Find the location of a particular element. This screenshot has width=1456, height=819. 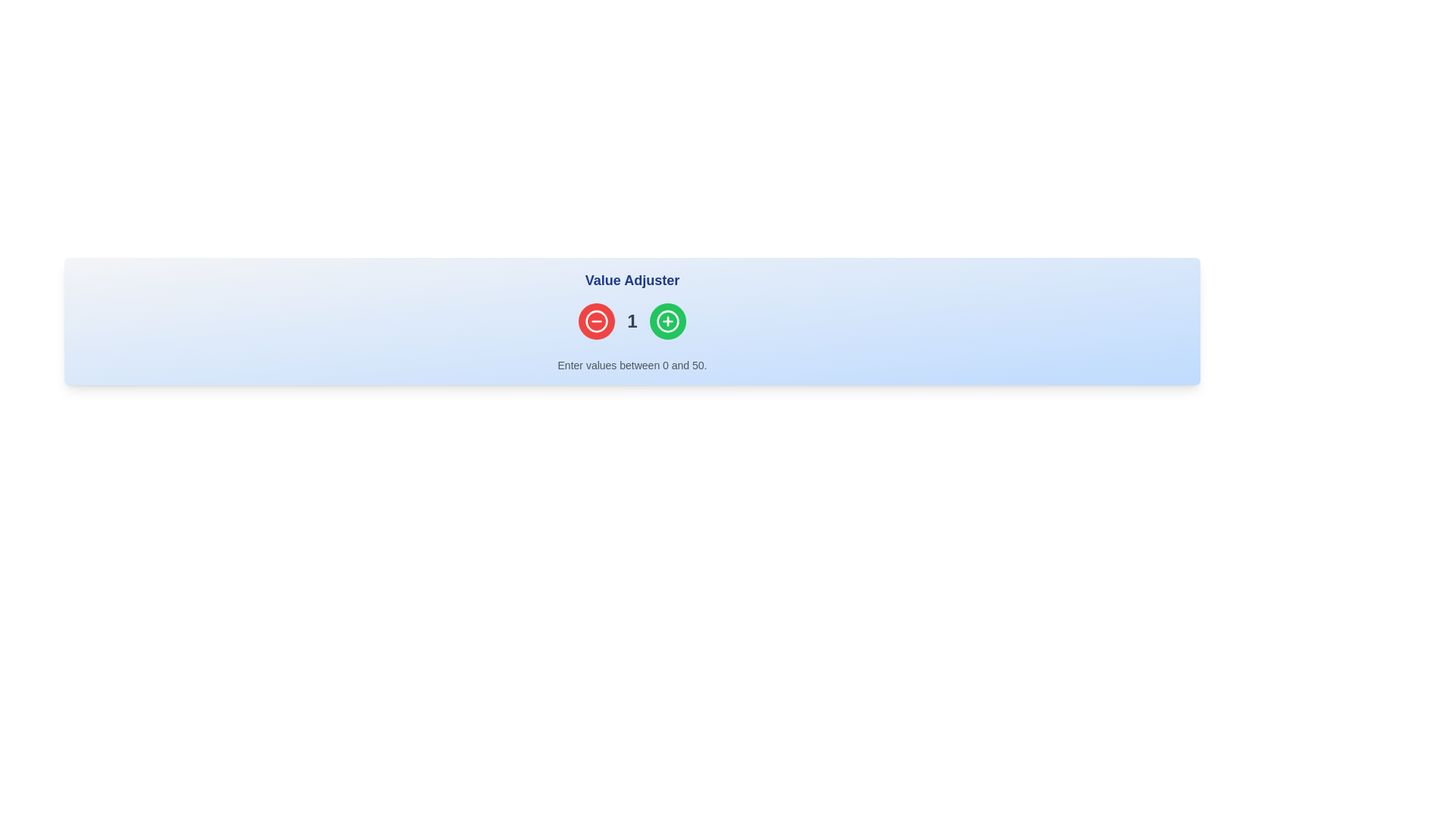

the text label that displays 'Enter values between 0 and 50.', located below the numeric adjustment widget in the 'Value Adjuster' section is located at coordinates (632, 366).